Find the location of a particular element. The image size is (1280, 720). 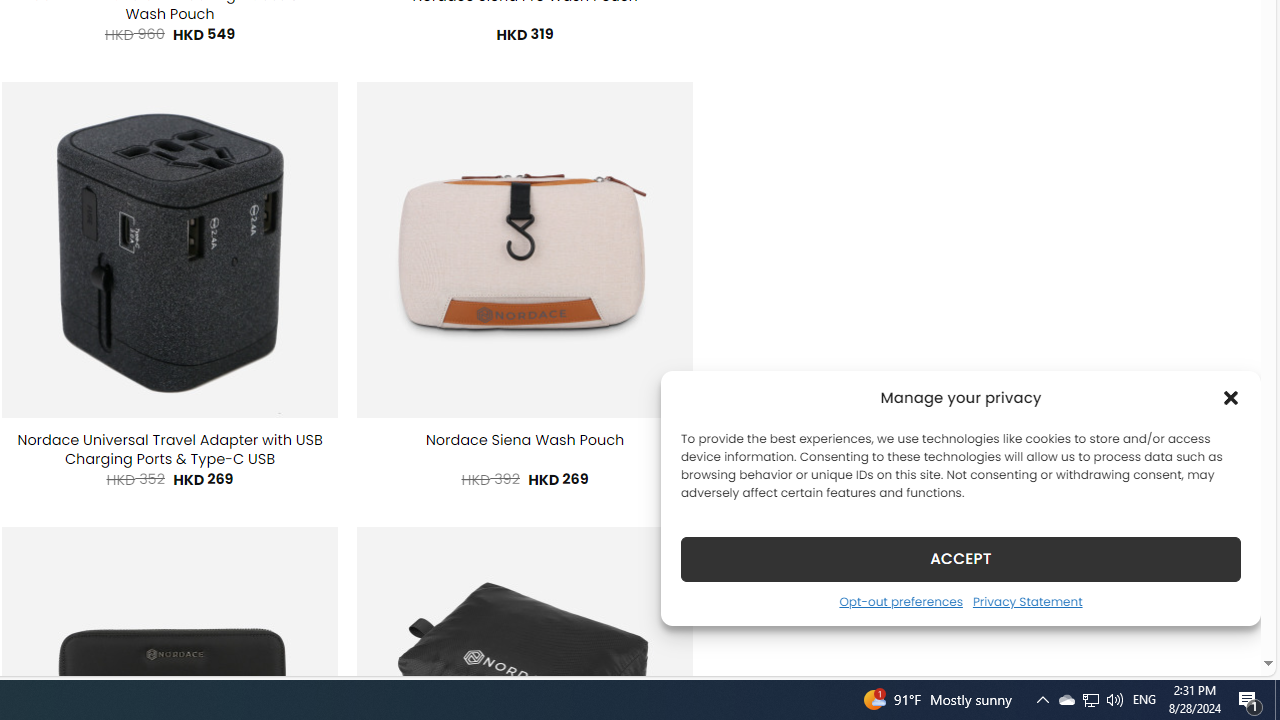

'Privacy Statement' is located at coordinates (1027, 600).